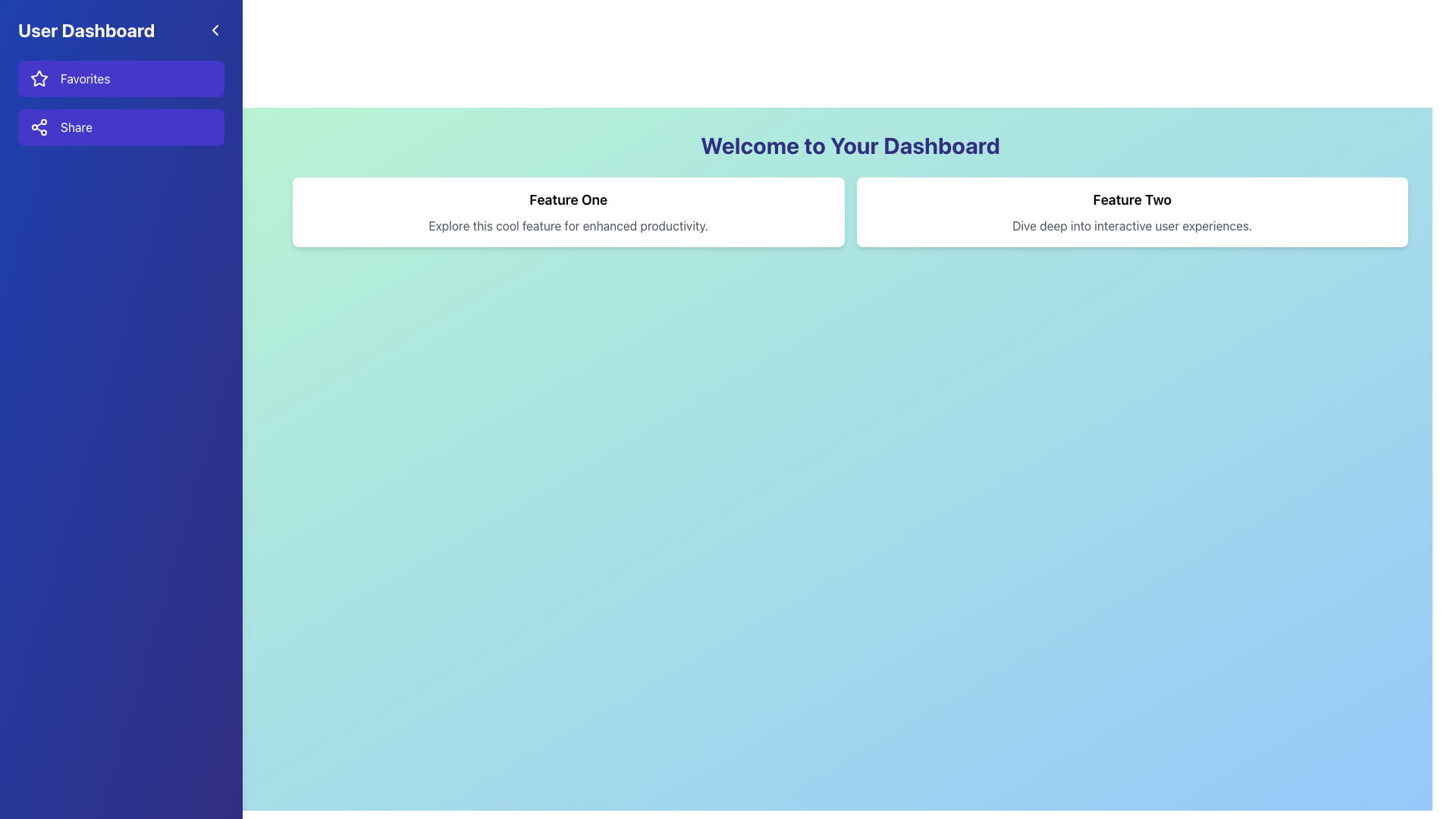  What do you see at coordinates (84, 79) in the screenshot?
I see `text from the 'Favorites' text label, which is styled in white on an indigo background and positioned above the 'Share' button in the left vertical navigation menu` at bounding box center [84, 79].